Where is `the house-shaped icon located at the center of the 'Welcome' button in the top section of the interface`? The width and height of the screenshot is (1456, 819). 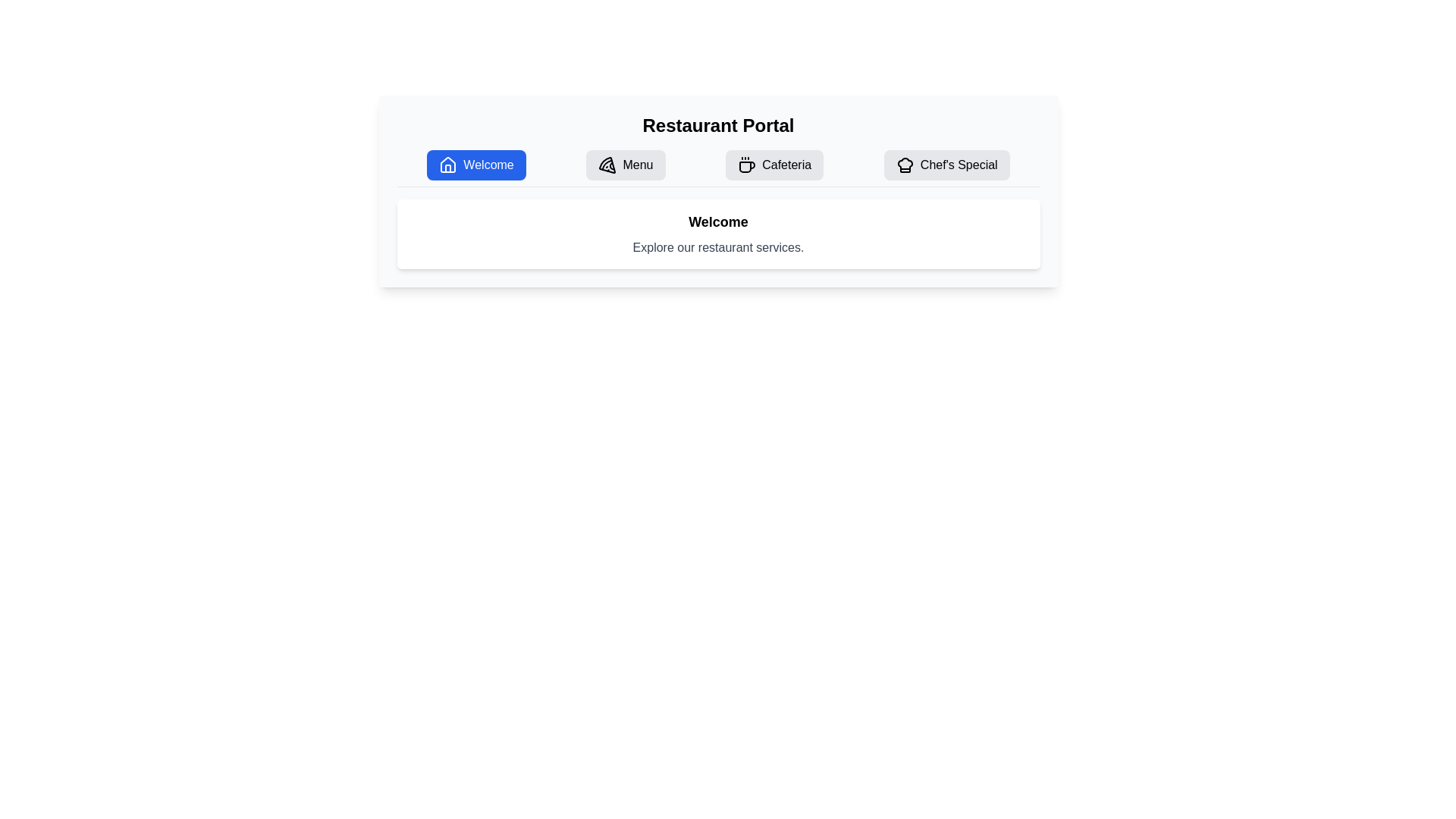
the house-shaped icon located at the center of the 'Welcome' button in the top section of the interface is located at coordinates (447, 165).